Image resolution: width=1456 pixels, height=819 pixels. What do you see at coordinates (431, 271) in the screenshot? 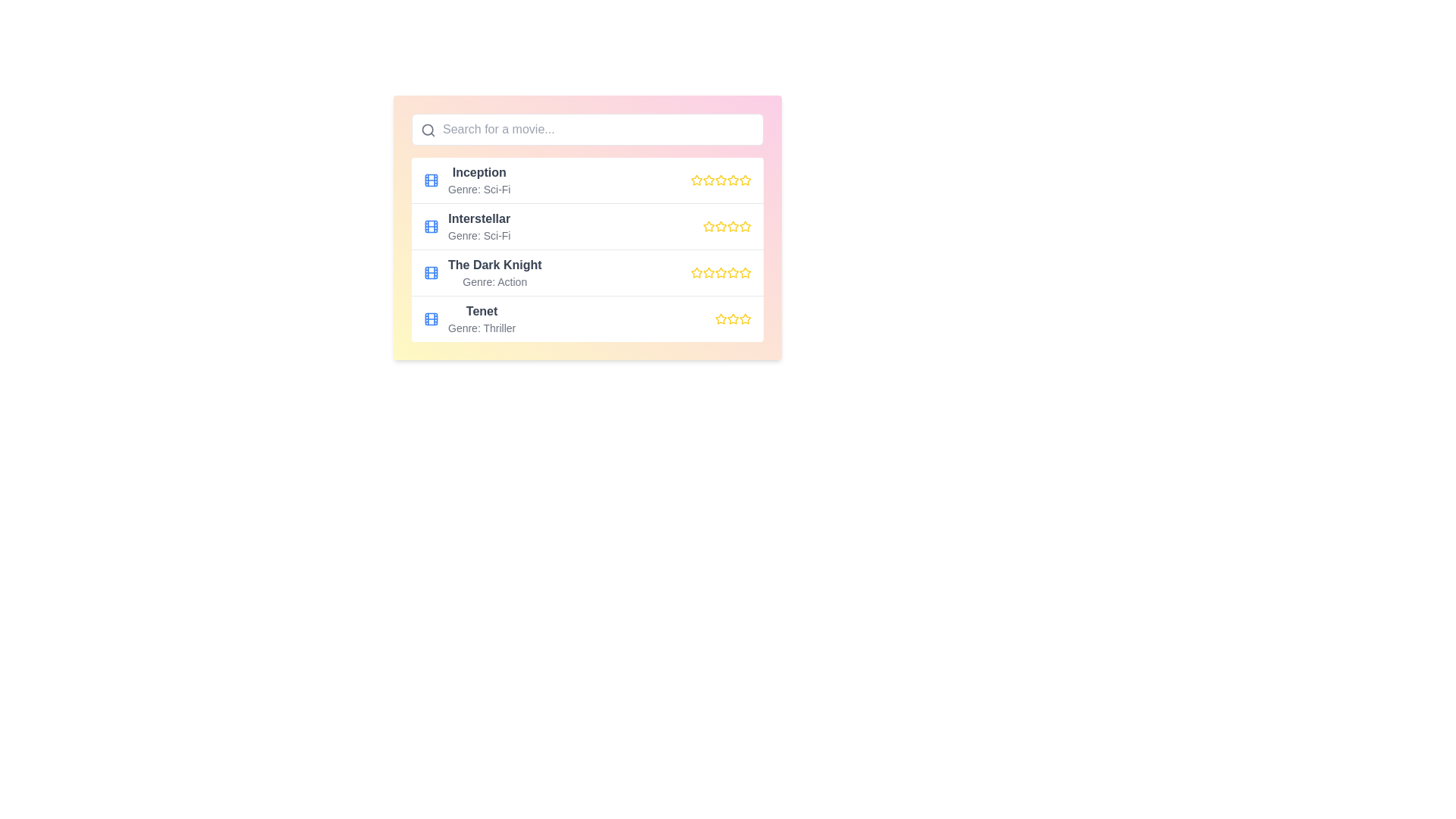
I see `the blue film icon located to the left of the title 'The Dark Knight' within its card structure` at bounding box center [431, 271].